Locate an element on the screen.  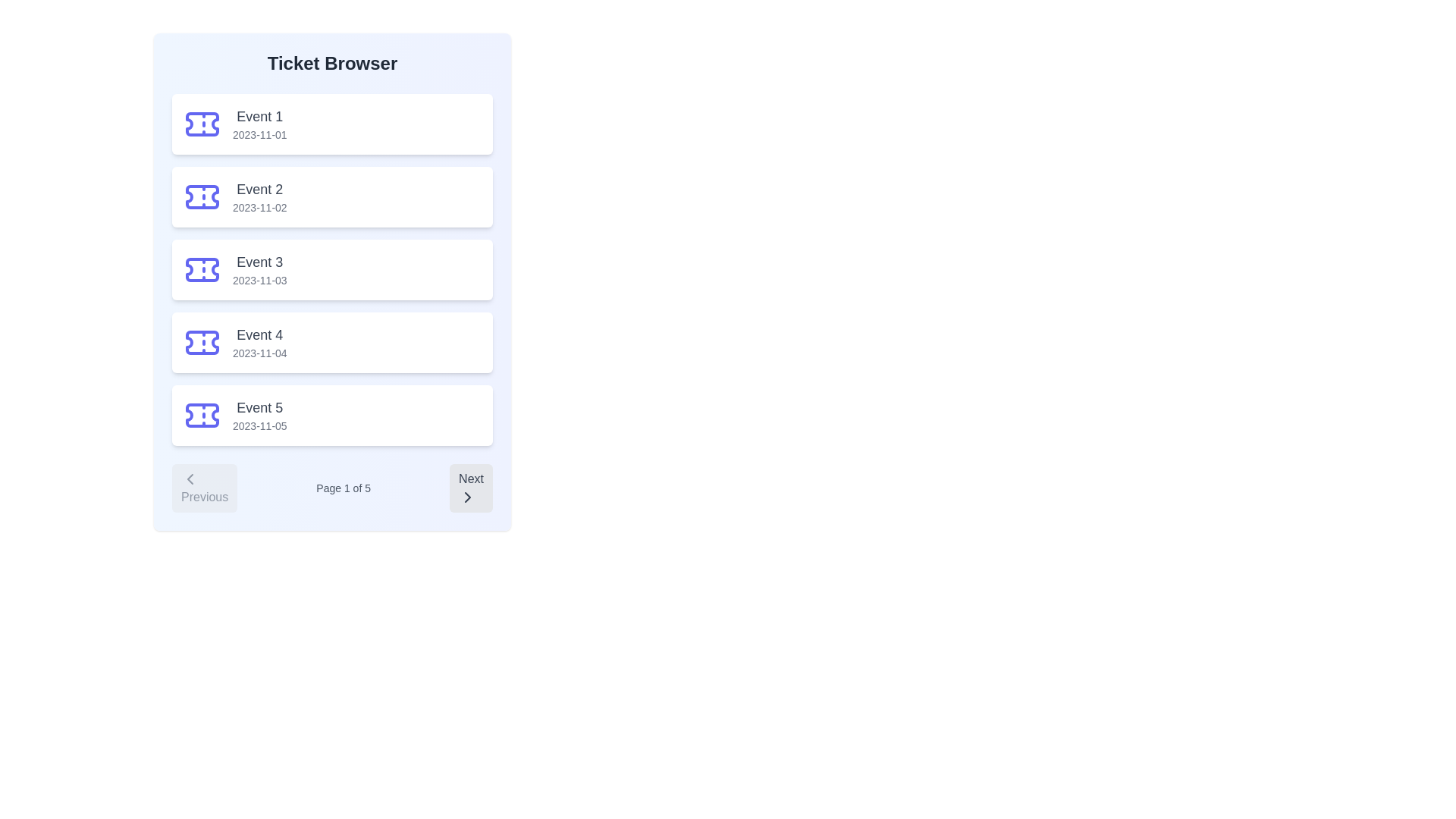
the informational text block displaying event details, positioned as the third item in a vertical list between 'Event 2' and 'Event 4' is located at coordinates (259, 268).